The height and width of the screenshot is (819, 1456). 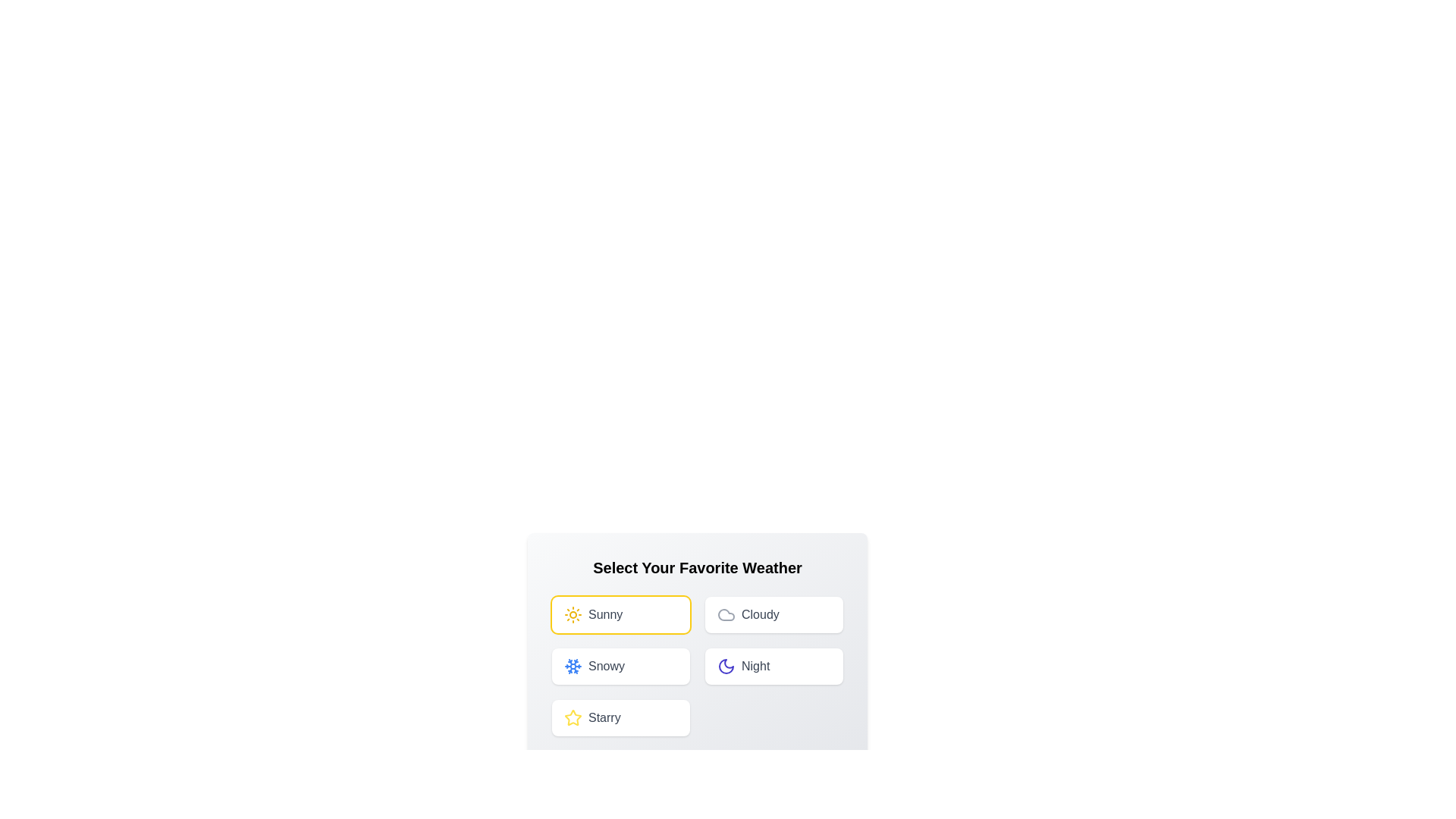 What do you see at coordinates (604, 614) in the screenshot?
I see `the 'Sunny' weather label, which is located inside a rectangular selection box and contributes to the user's understanding of the associated interactive component` at bounding box center [604, 614].